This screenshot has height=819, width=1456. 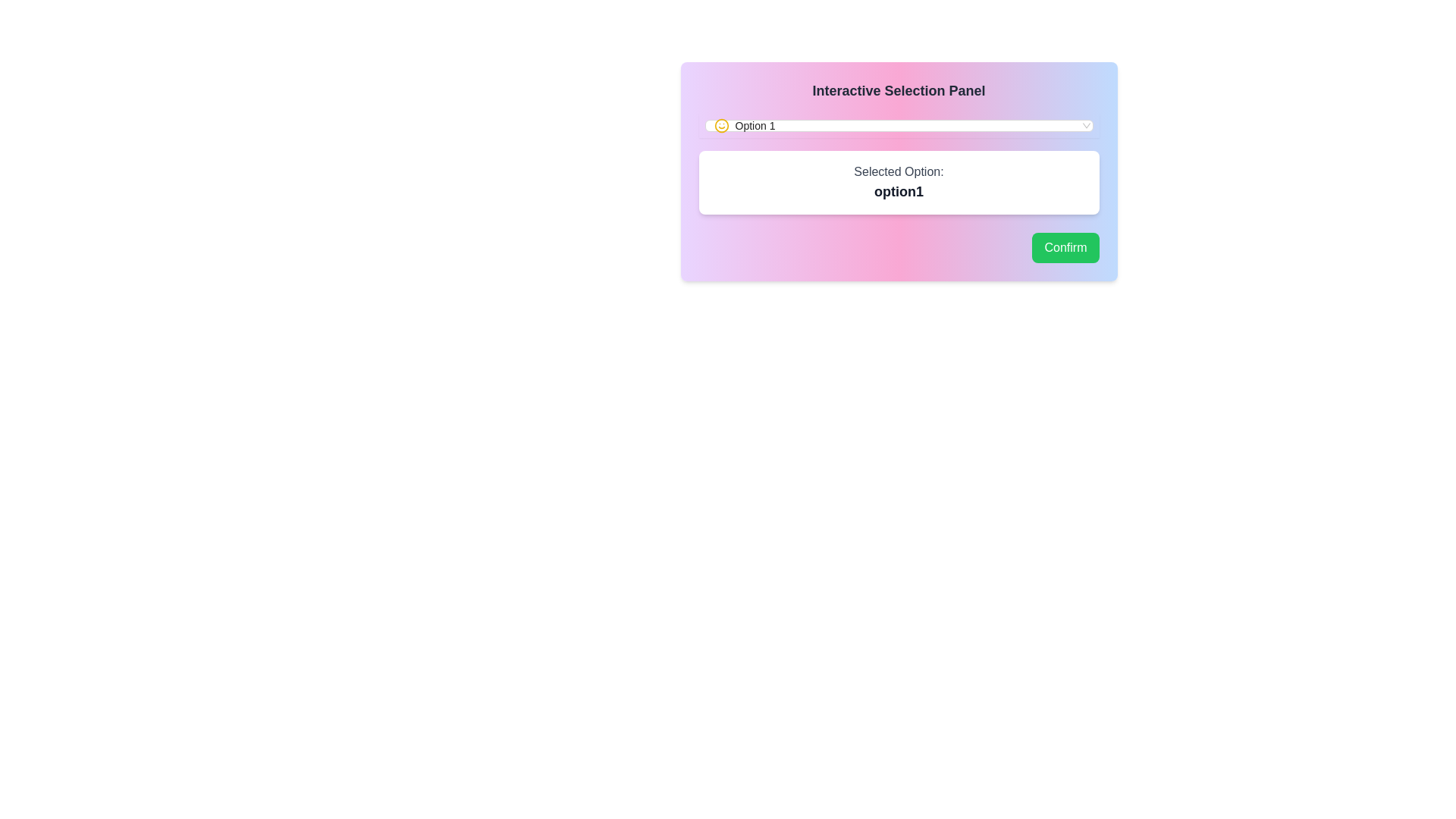 I want to click on the circular shape with a yellow stroke that is part of the smiley face icon located on the left side of the 'Option 1' drop-down menu, so click(x=720, y=124).